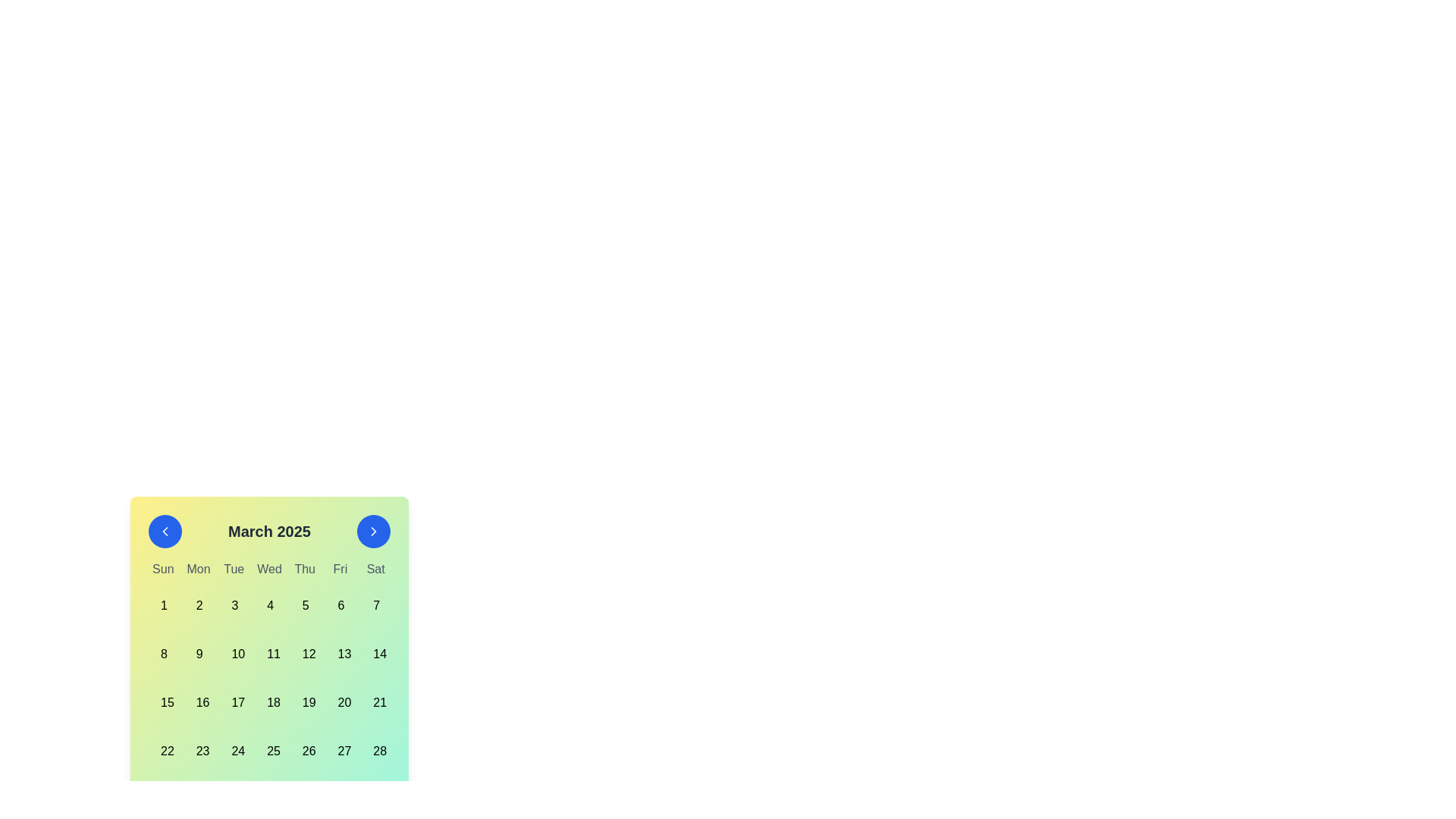 The height and width of the screenshot is (819, 1456). Describe the element at coordinates (374, 531) in the screenshot. I see `the rightward-pointing chevron icon with a blue circular background located at the top-right corner of the calendar component` at that location.